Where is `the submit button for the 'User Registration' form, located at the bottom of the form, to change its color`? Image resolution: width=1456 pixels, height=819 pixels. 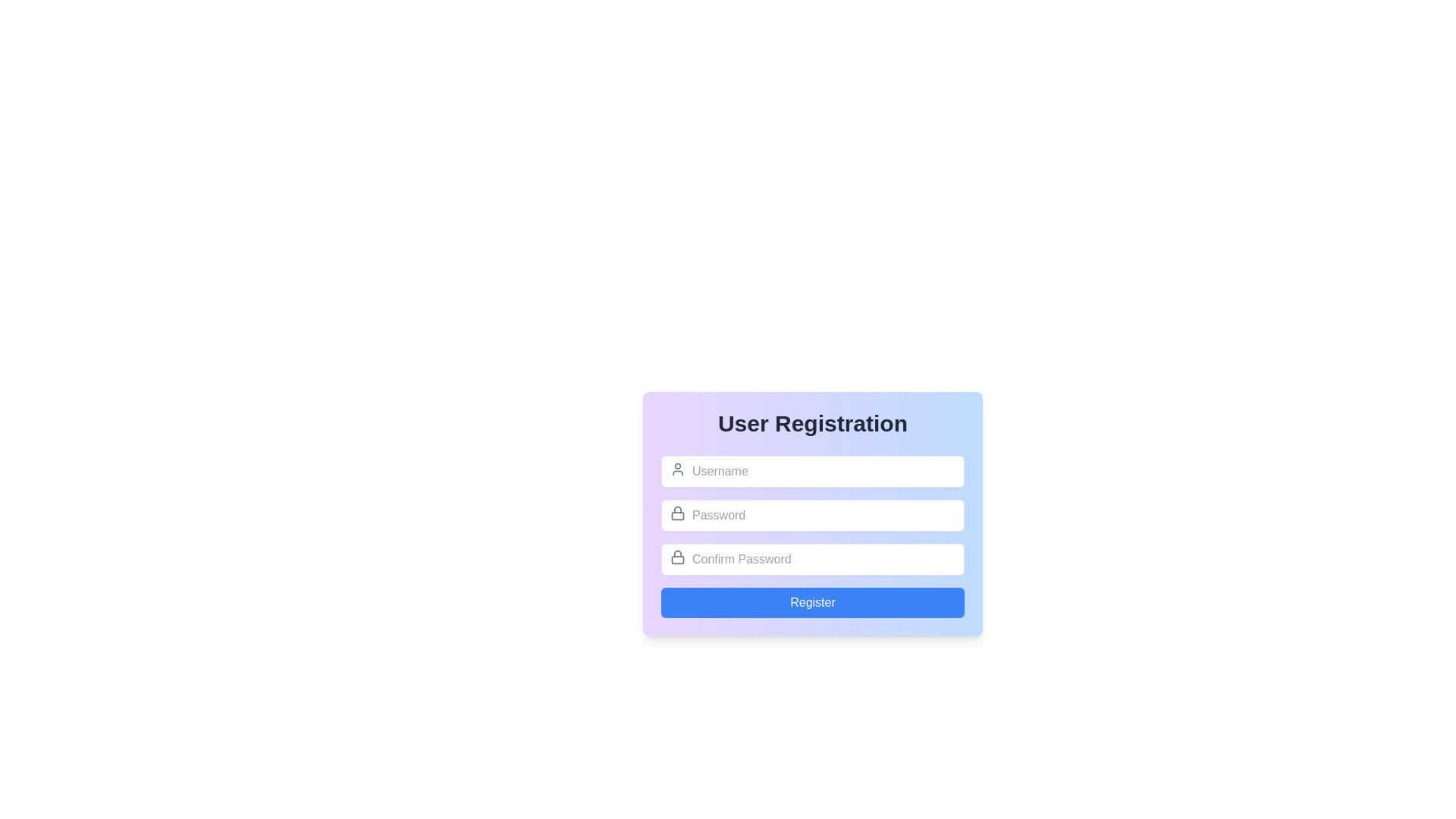
the submit button for the 'User Registration' form, located at the bottom of the form, to change its color is located at coordinates (811, 601).